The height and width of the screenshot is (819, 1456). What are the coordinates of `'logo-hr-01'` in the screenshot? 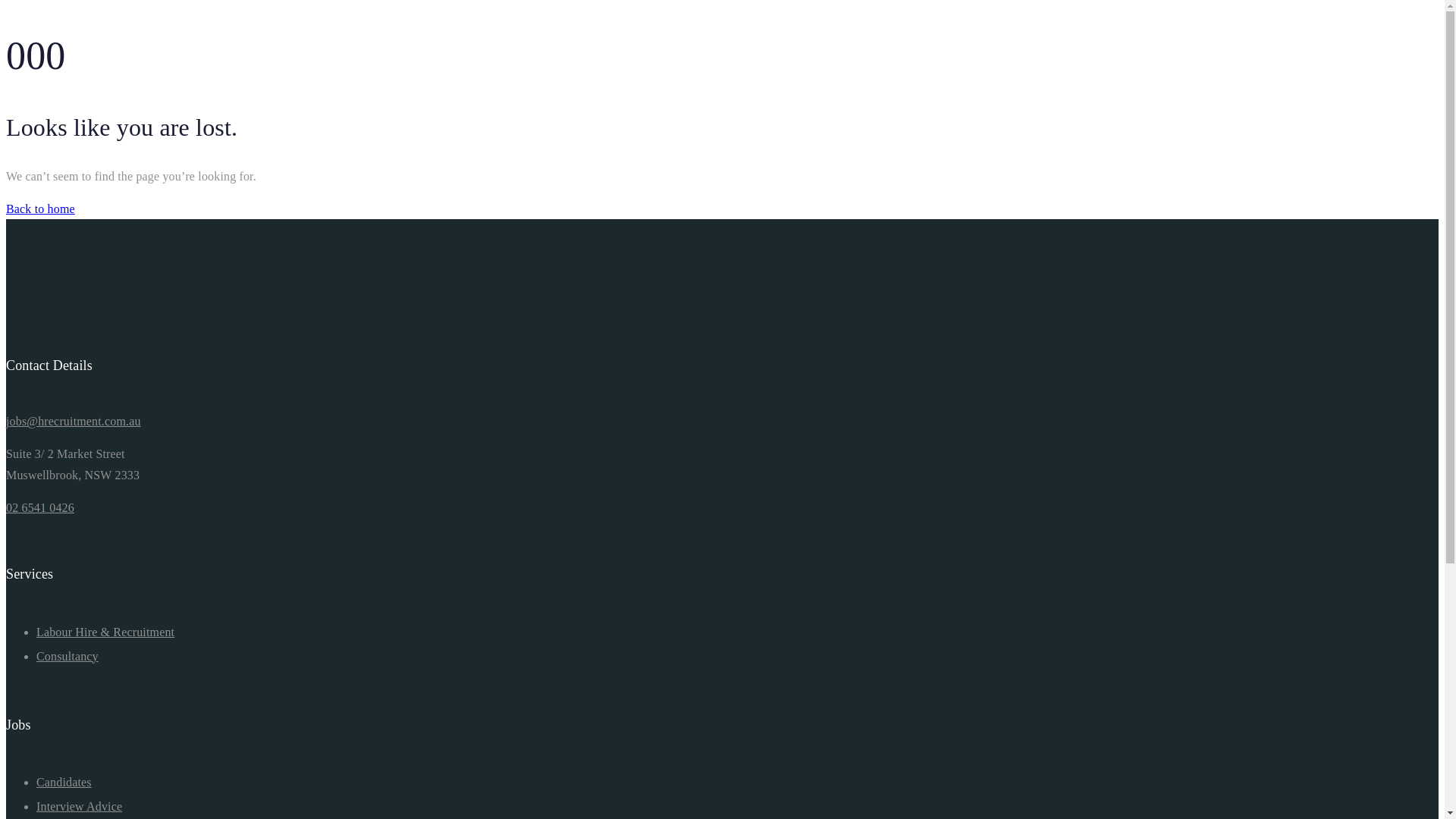 It's located at (82, 304).